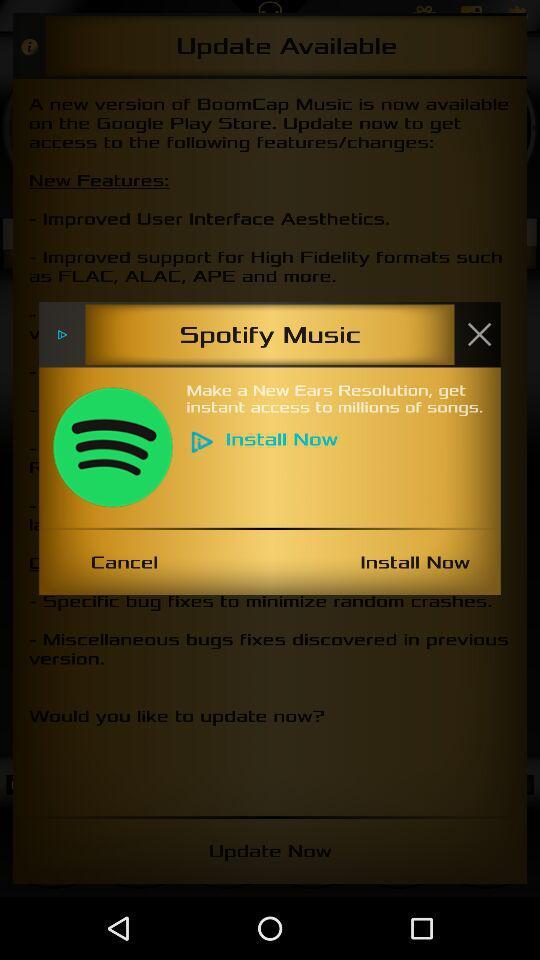 The width and height of the screenshot is (540, 960). I want to click on item below the spotify music, so click(112, 447).